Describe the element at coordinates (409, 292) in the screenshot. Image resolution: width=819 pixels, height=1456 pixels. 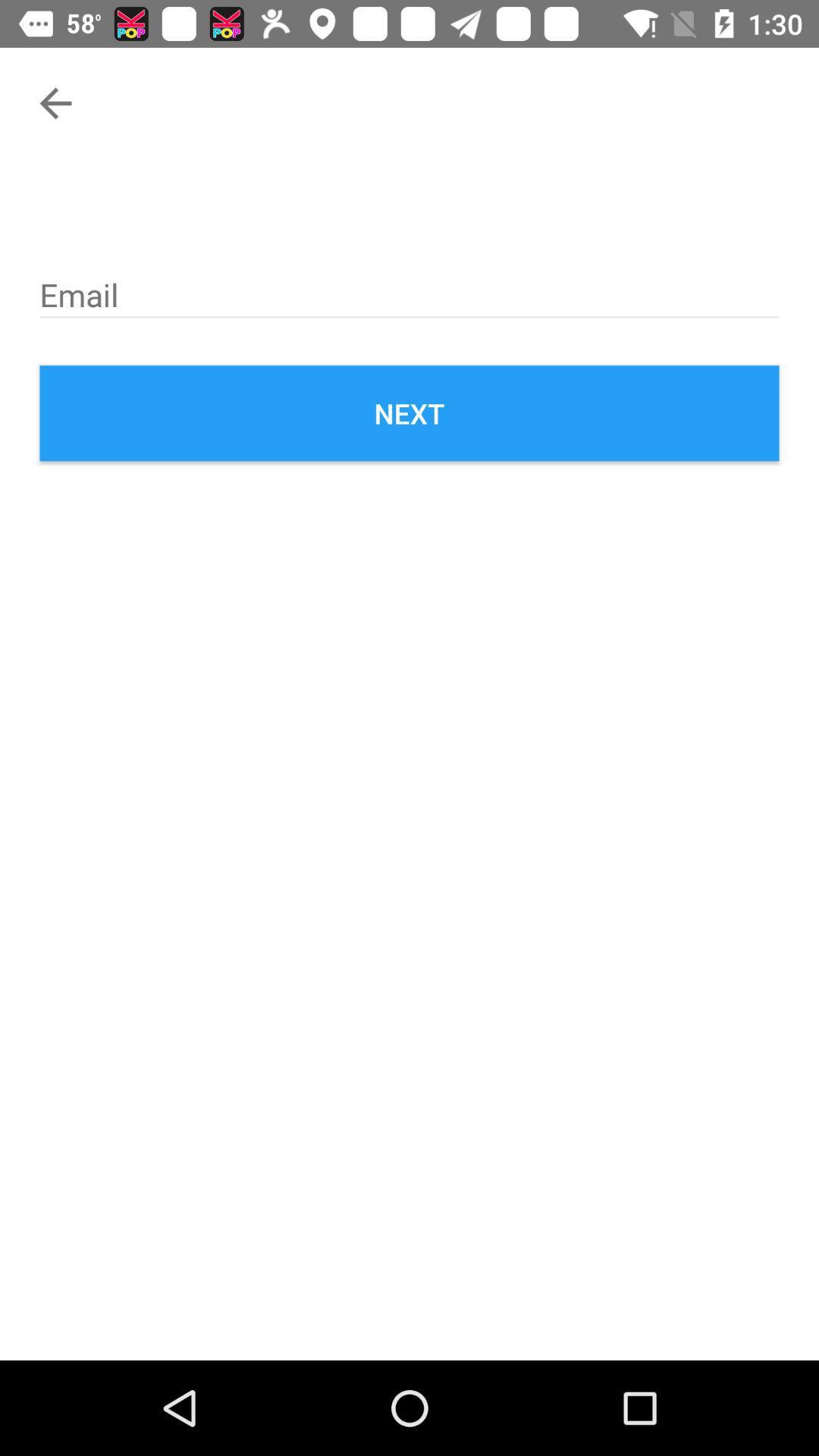
I see `item above next item` at that location.